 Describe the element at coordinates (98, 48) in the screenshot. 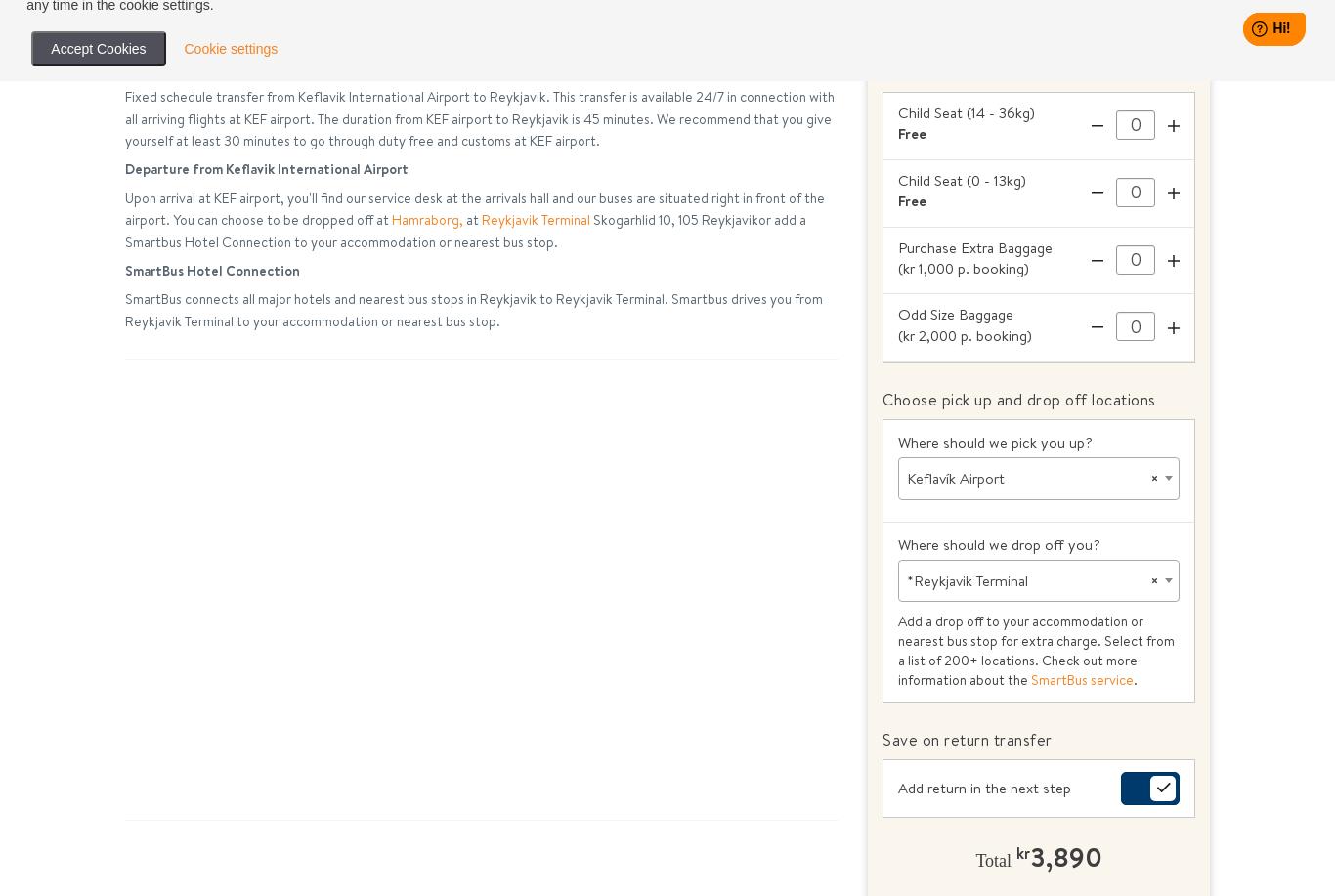

I see `'Accept Cookies'` at that location.